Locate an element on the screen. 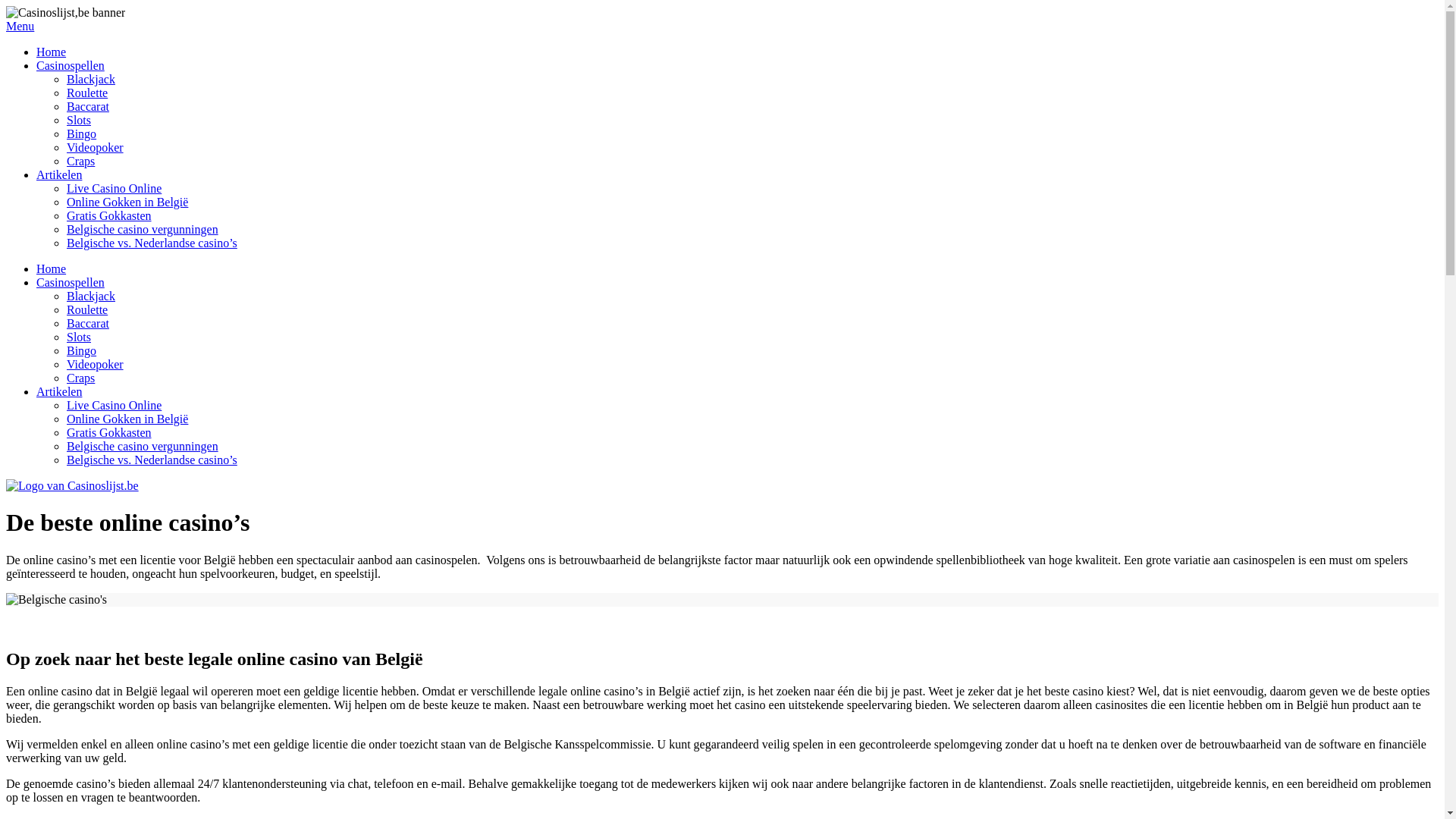  'Videopoker' is located at coordinates (94, 147).